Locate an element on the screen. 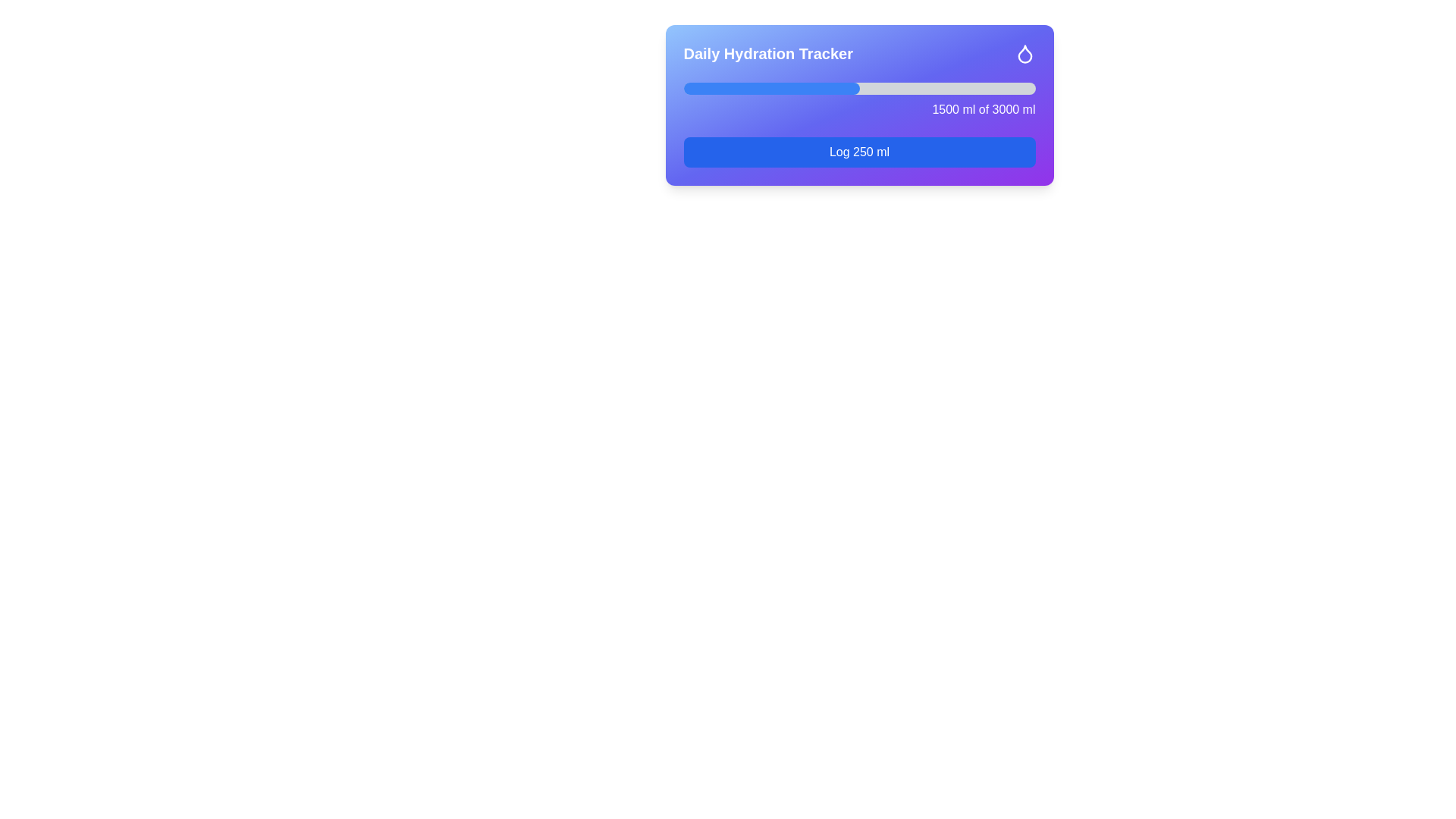  the droplet icon located in the top-right corner of the 'Daily Hydration Tracker' card is located at coordinates (1025, 53).